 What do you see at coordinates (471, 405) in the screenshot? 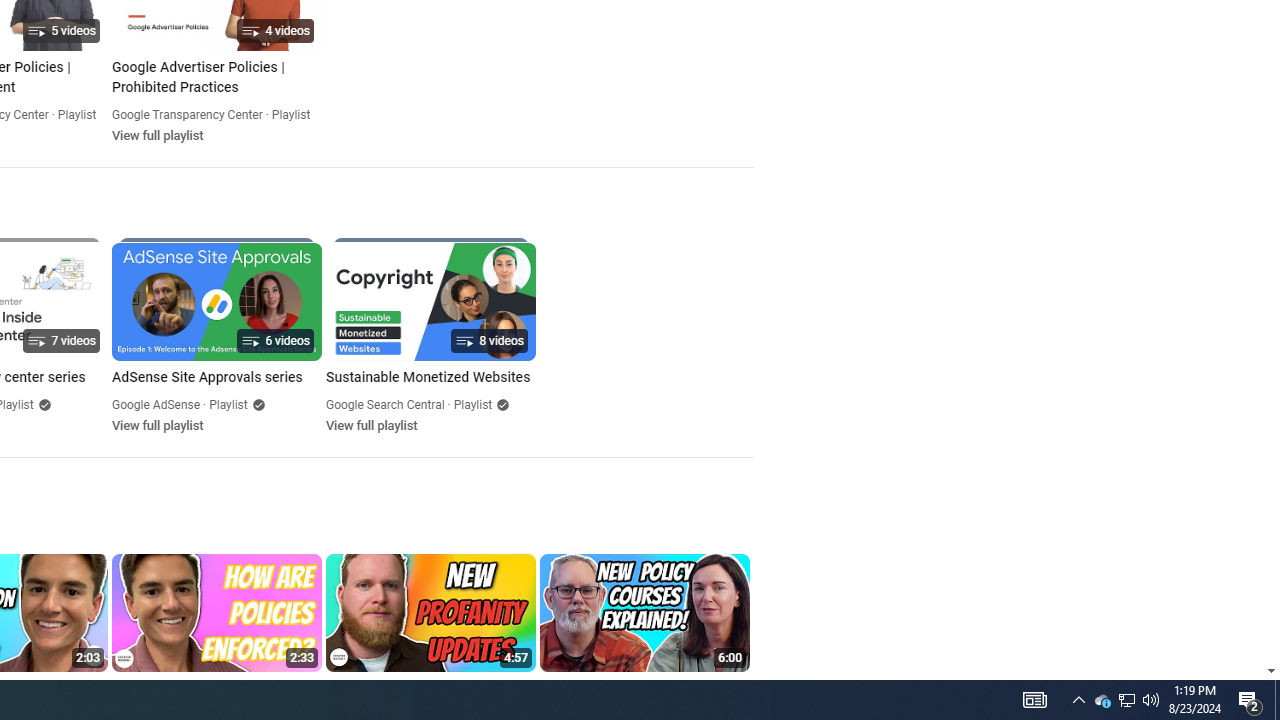
I see `'Playlist'` at bounding box center [471, 405].